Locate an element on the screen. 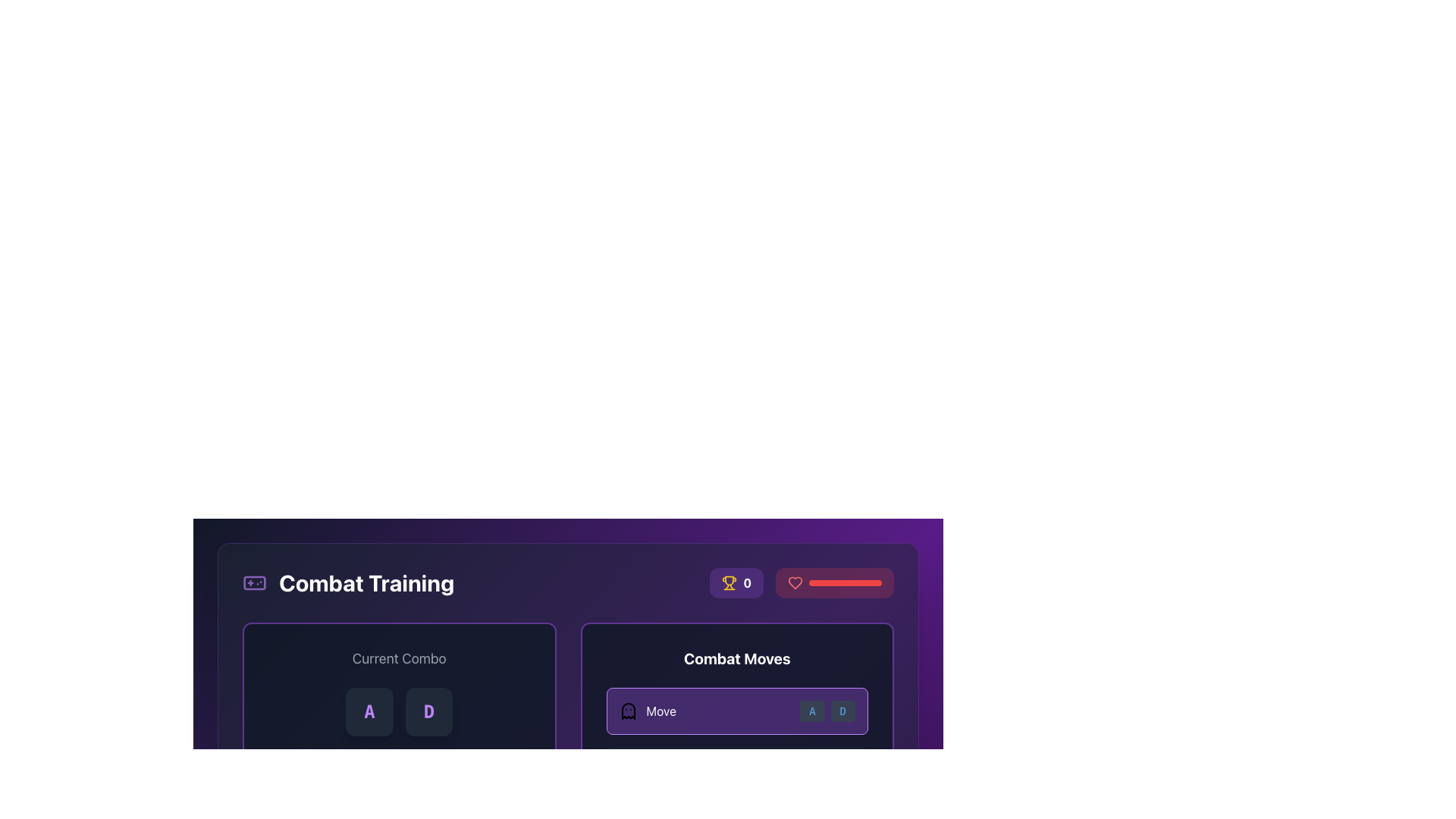 Image resolution: width=1456 pixels, height=819 pixels. the button-like label with a dark gray background and a blue uppercase 'A' in the 'Combat Moves' section is located at coordinates (811, 711).